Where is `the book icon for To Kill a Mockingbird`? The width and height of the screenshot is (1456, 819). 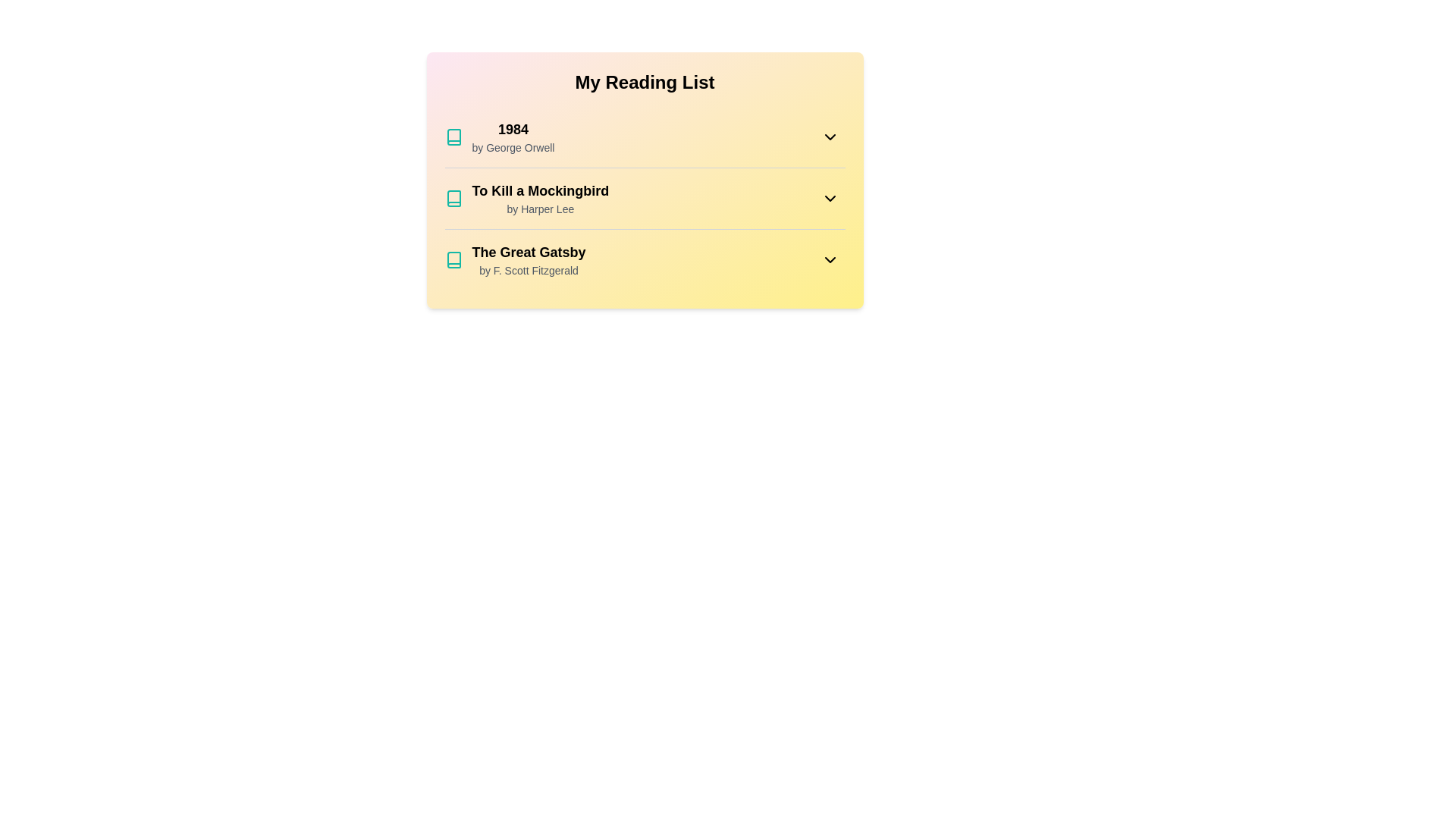 the book icon for To Kill a Mockingbird is located at coordinates (453, 198).